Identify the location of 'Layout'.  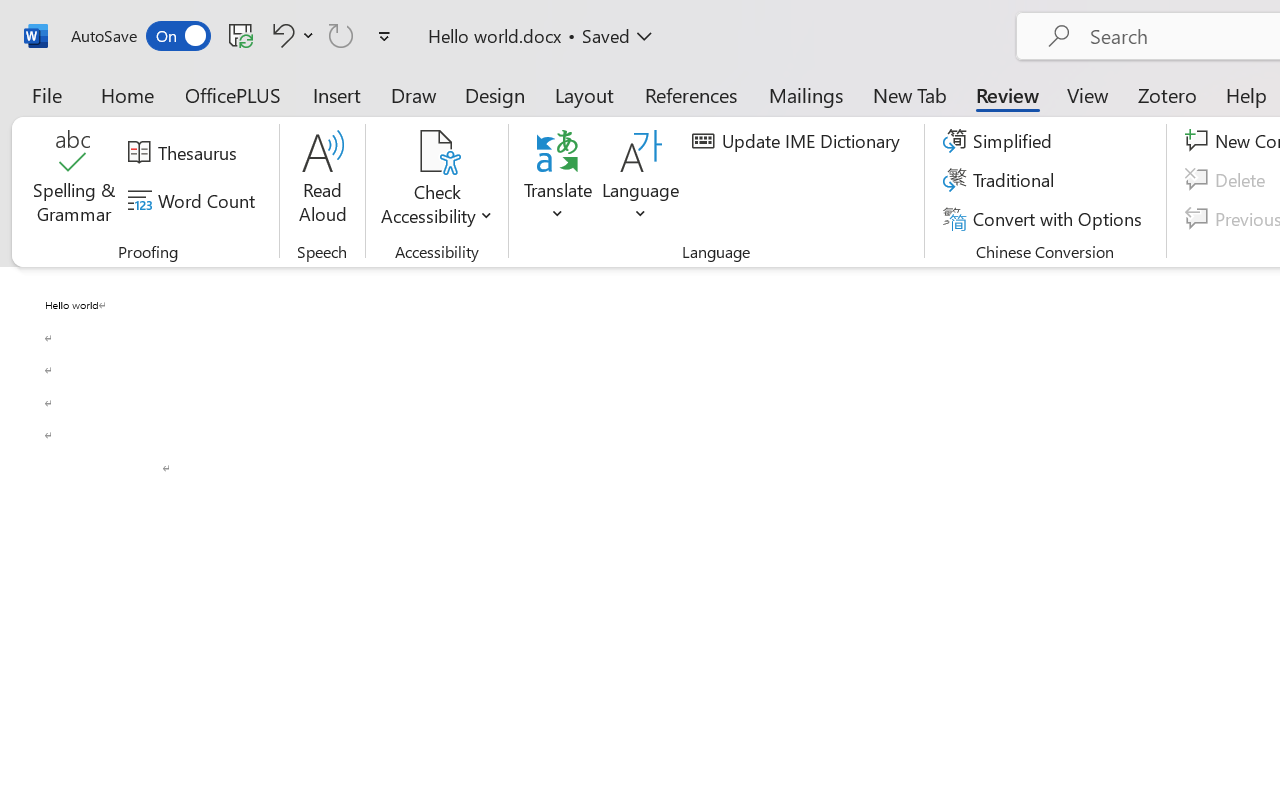
(583, 94).